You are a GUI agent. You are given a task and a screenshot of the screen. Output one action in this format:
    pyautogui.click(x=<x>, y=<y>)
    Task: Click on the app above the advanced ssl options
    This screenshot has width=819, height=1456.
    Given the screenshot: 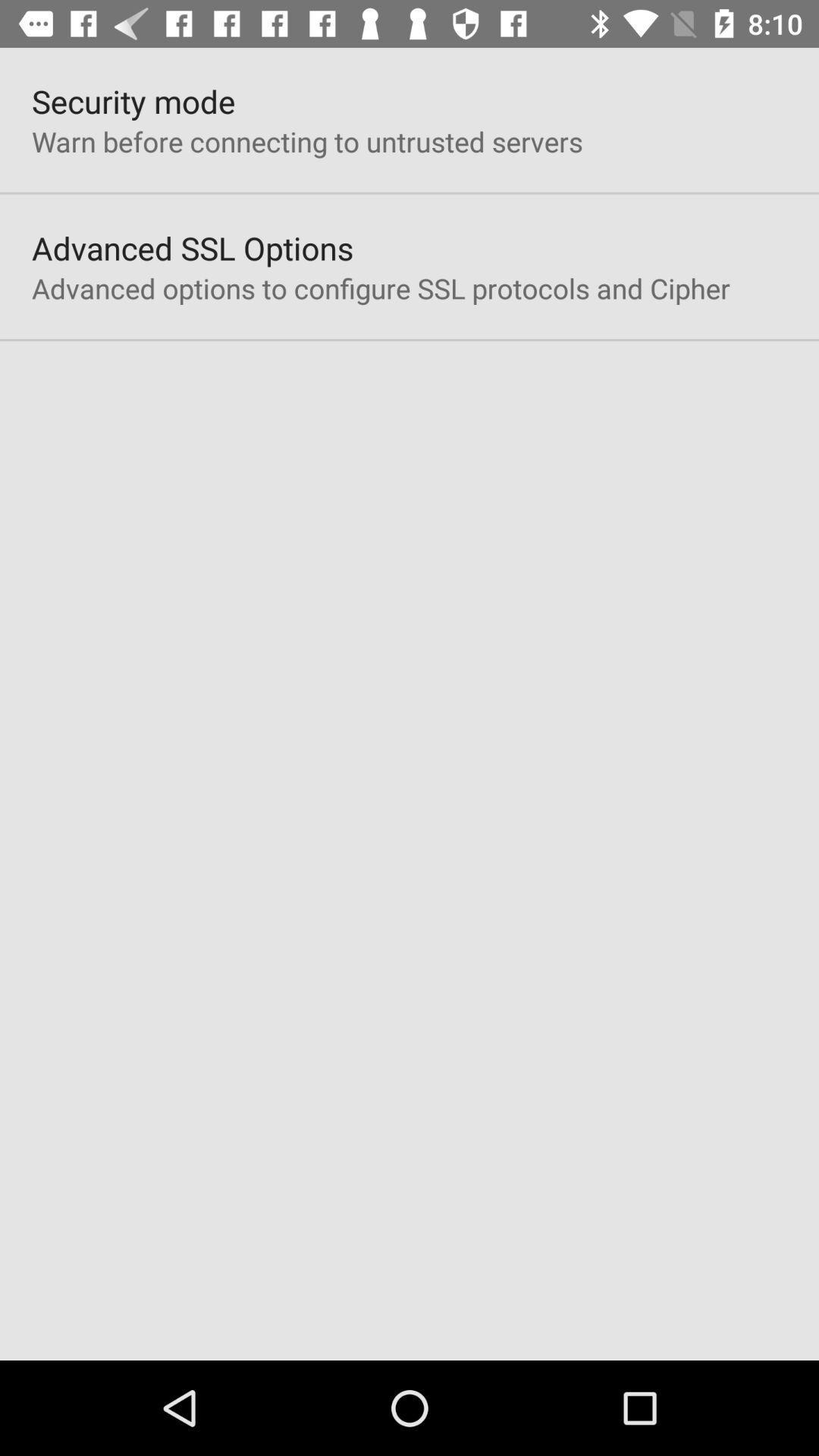 What is the action you would take?
    pyautogui.click(x=307, y=141)
    